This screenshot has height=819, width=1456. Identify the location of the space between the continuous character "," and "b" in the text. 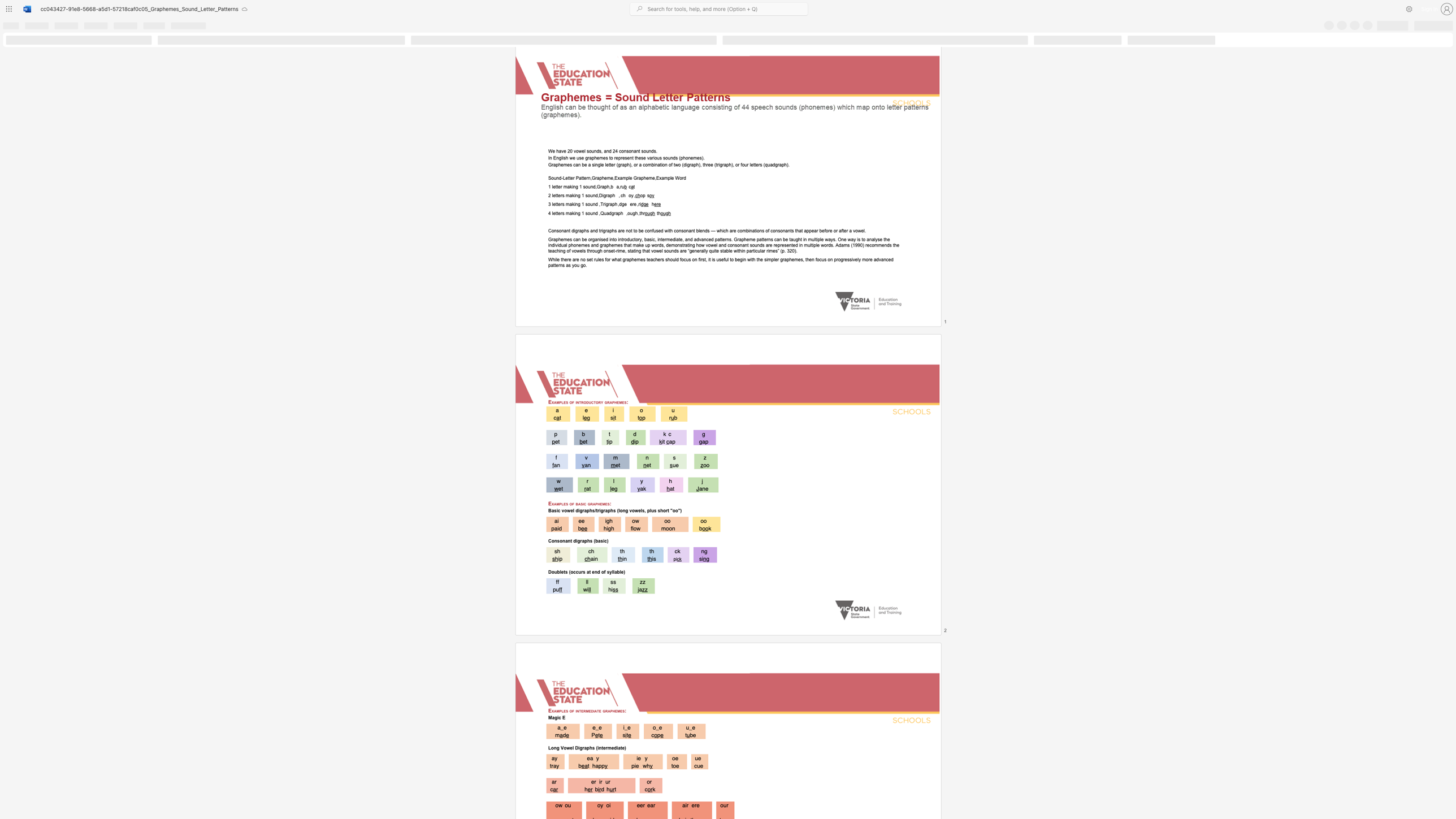
(610, 186).